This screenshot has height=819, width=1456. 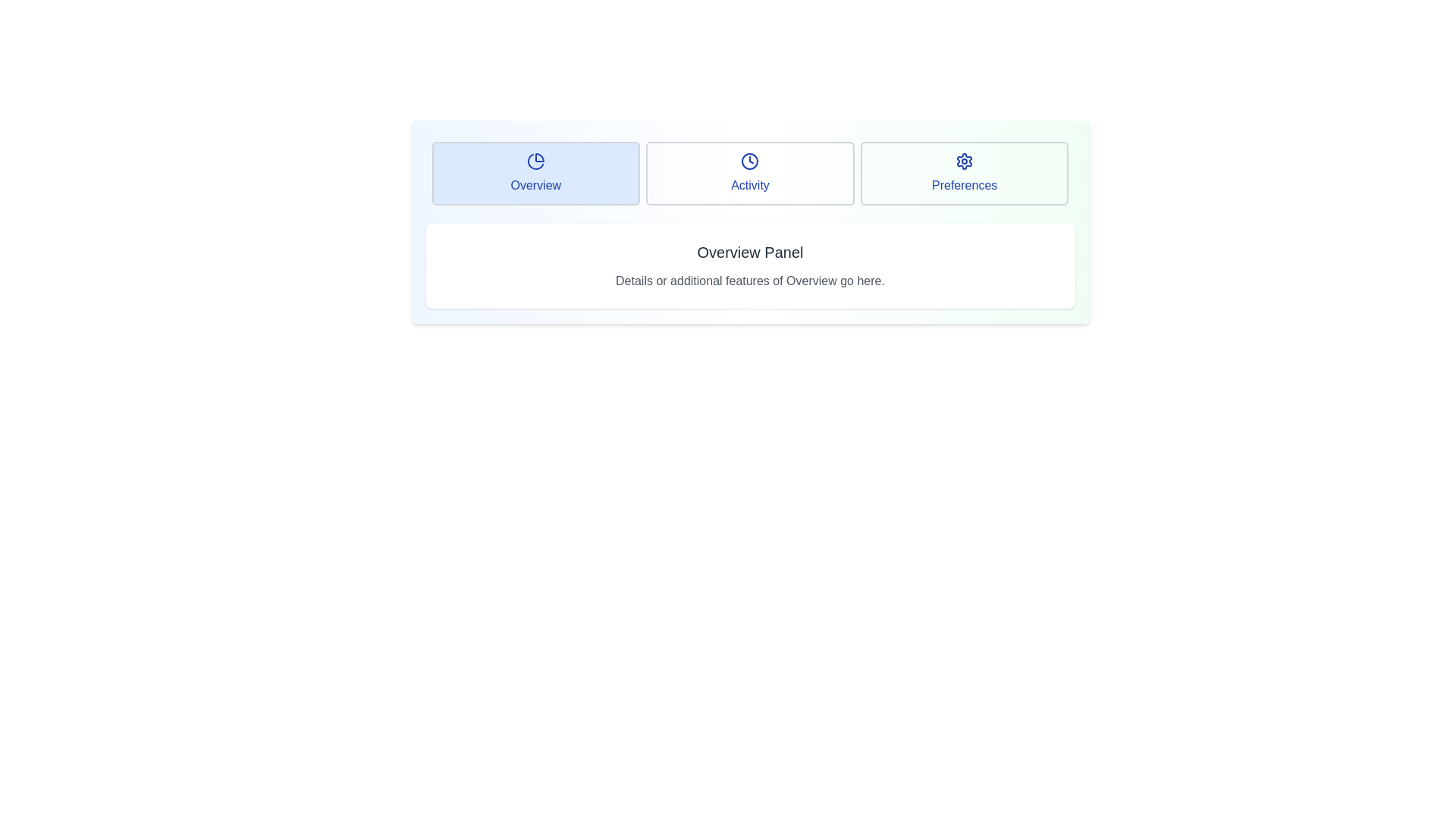 I want to click on the tab labeled Preferences to observe its hover effect, so click(x=964, y=172).